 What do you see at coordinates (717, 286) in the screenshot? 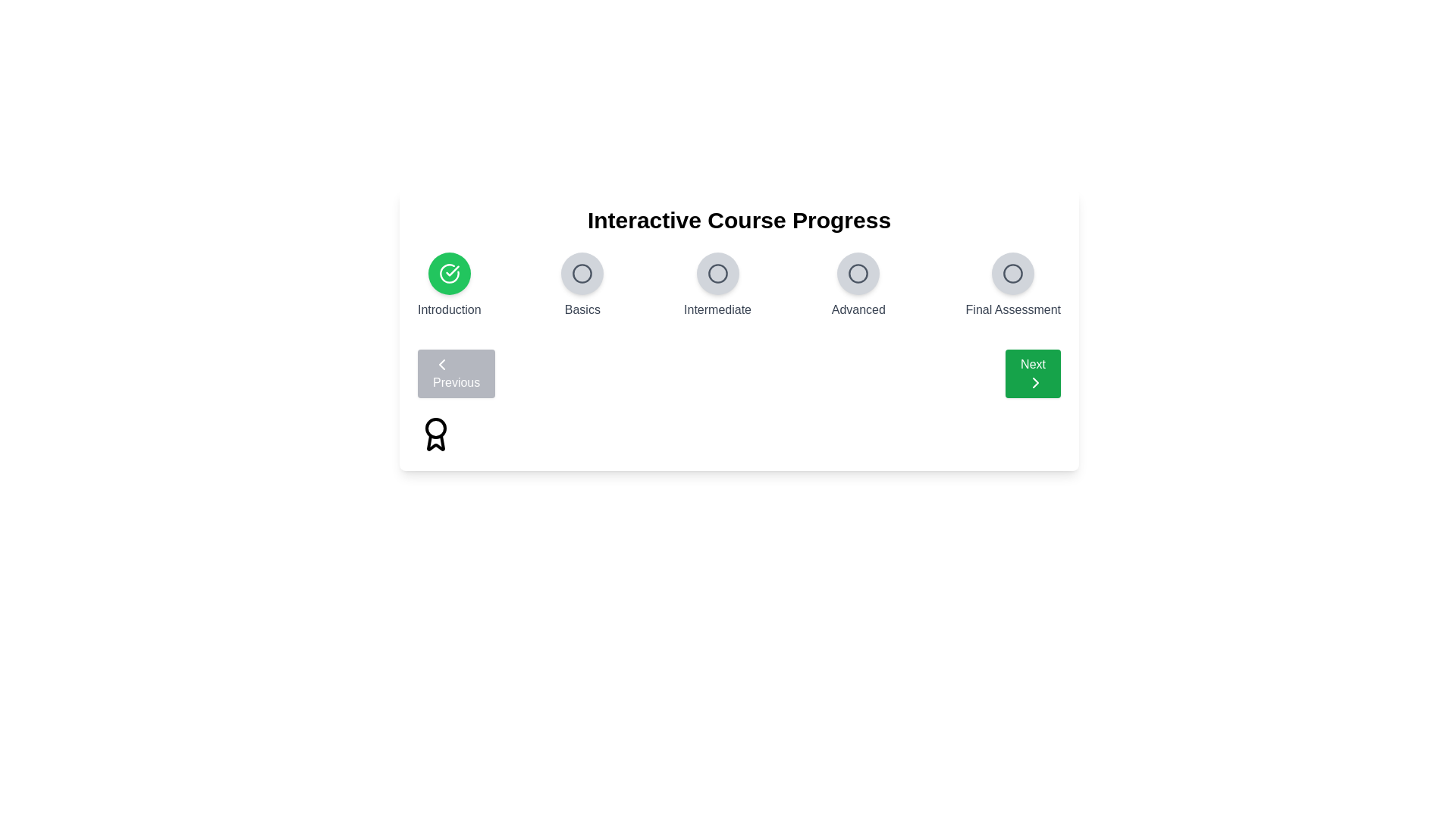
I see `the 'Intermediate' button-like progress indicator in the course progress tracker, which is the third item in the horizontal progress indicator bar located beneath the heading 'Interactive Course Progress'` at bounding box center [717, 286].